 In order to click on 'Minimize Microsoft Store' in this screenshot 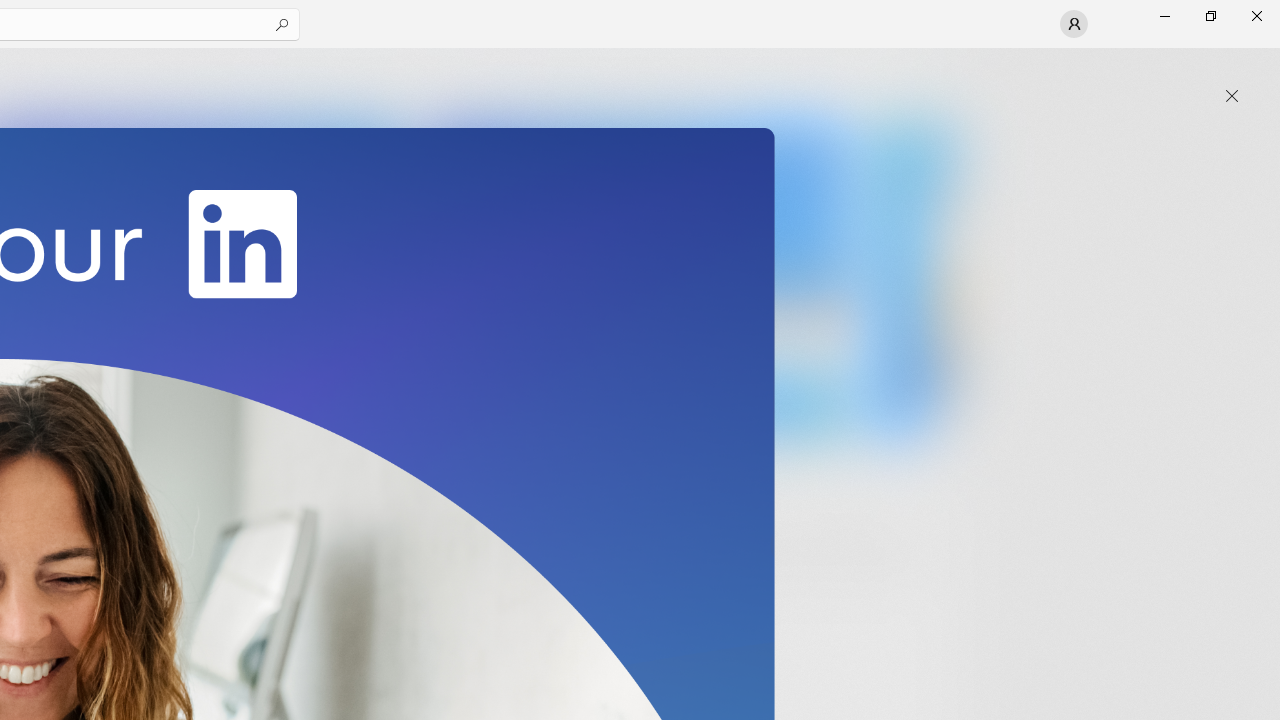, I will do `click(1164, 15)`.